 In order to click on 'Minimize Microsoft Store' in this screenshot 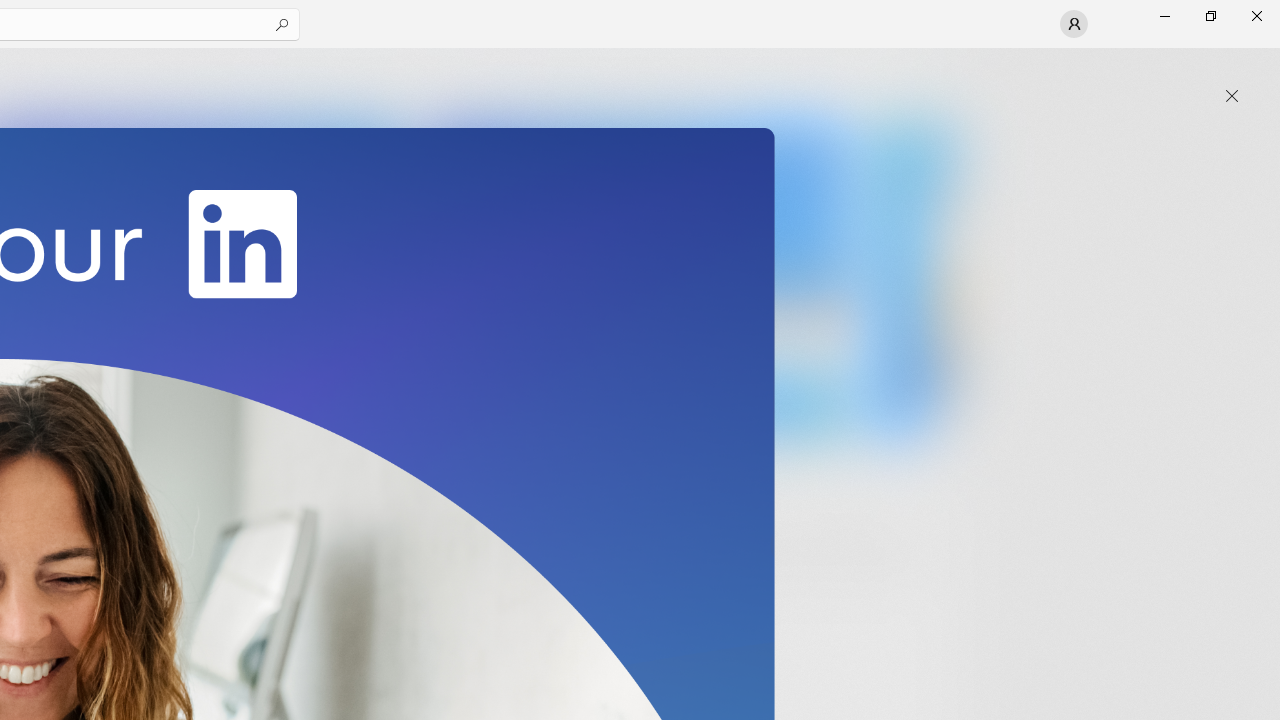, I will do `click(1164, 15)`.